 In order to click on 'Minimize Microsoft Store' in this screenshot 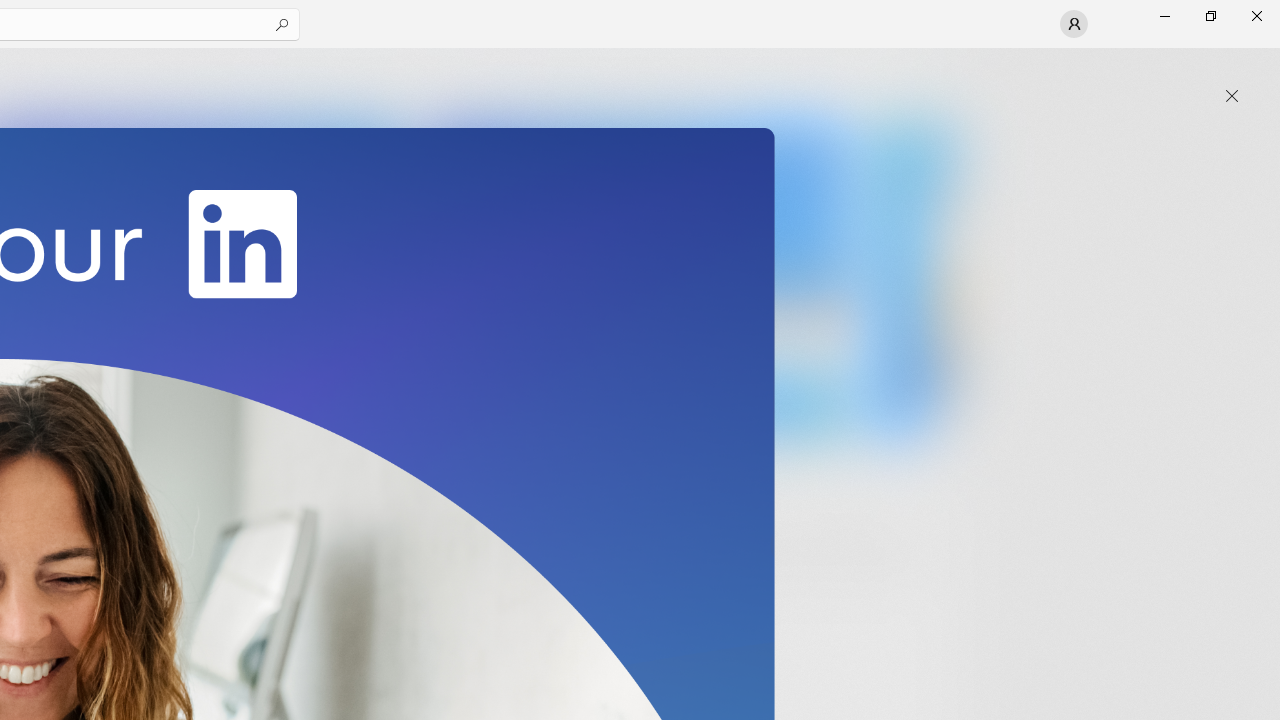, I will do `click(1164, 15)`.